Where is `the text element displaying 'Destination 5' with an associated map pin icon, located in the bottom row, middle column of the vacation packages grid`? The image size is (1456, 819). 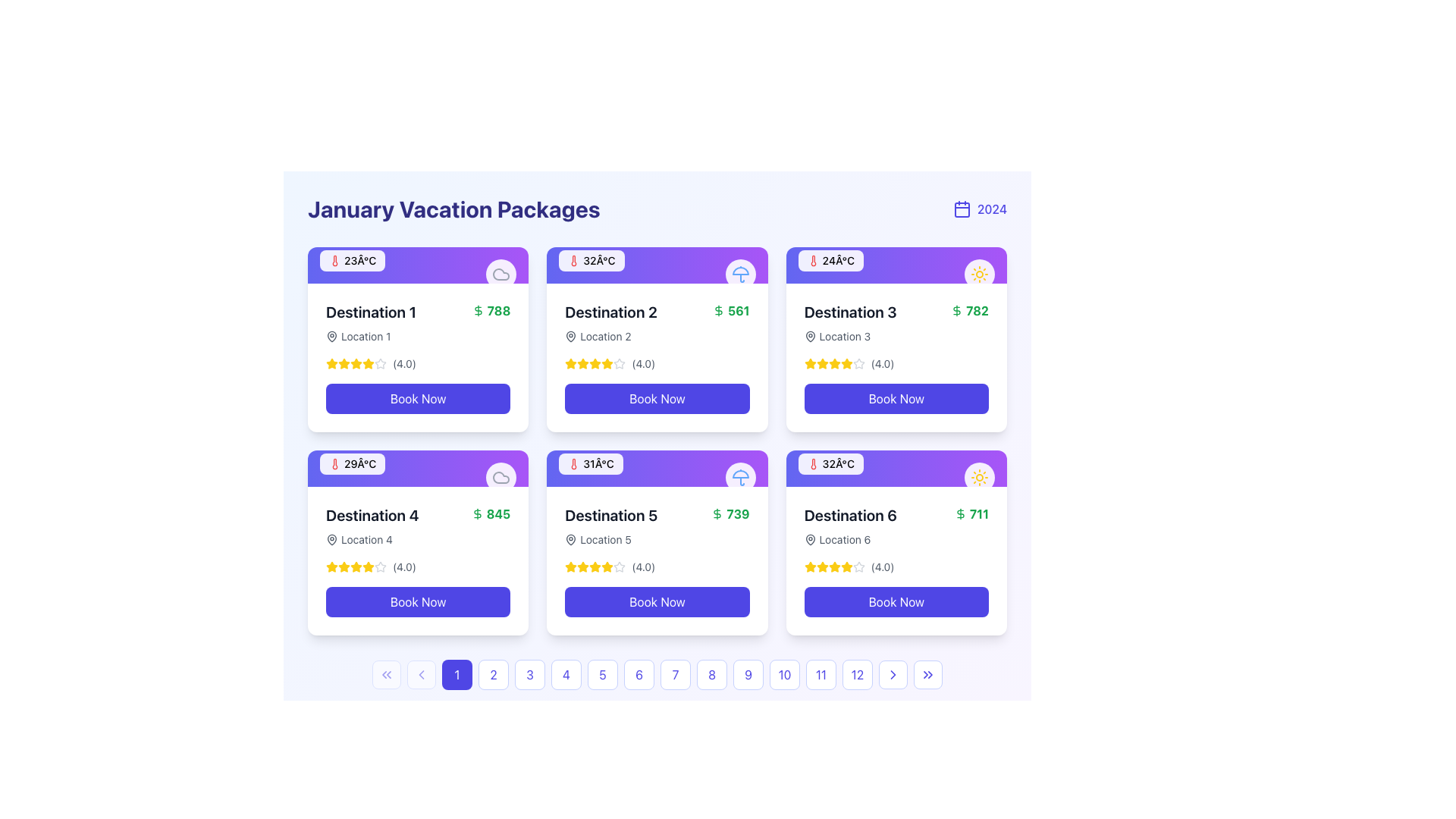 the text element displaying 'Destination 5' with an associated map pin icon, located in the bottom row, middle column of the vacation packages grid is located at coordinates (611, 526).